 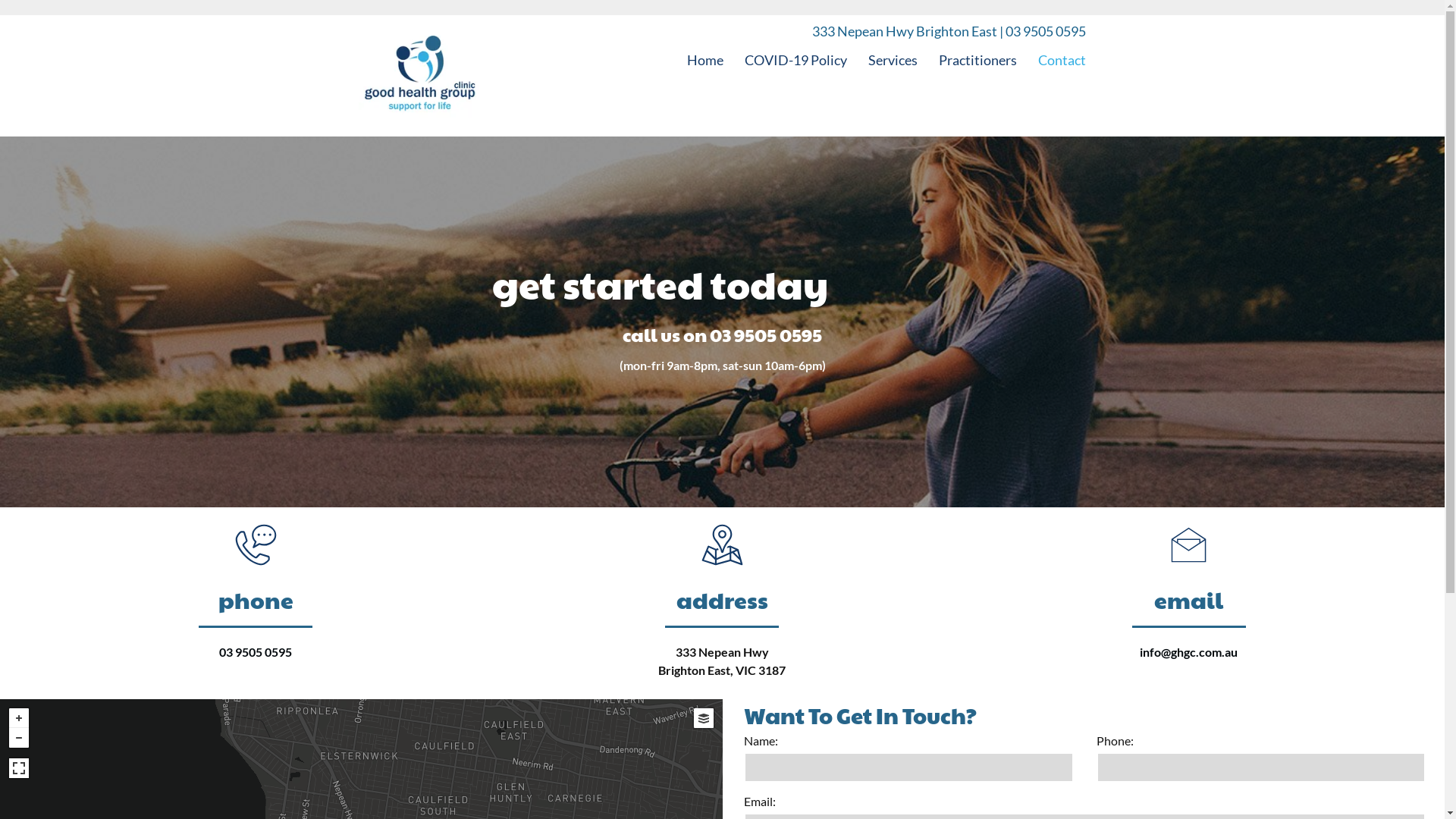 I want to click on 'Layers', so click(x=701, y=717).